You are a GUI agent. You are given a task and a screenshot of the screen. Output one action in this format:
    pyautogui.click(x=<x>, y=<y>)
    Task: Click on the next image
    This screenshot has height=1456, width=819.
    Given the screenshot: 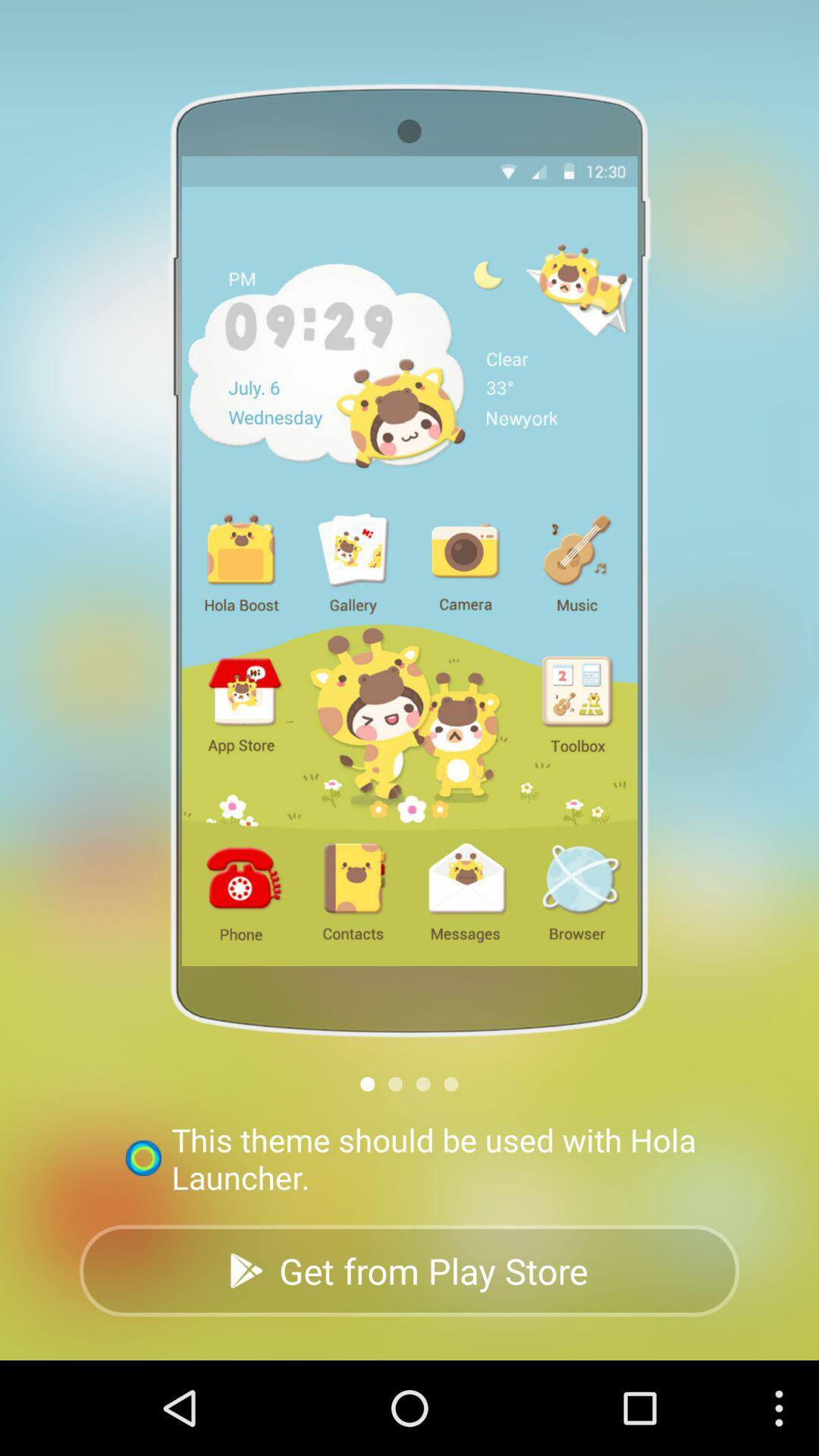 What is the action you would take?
    pyautogui.click(x=394, y=1083)
    